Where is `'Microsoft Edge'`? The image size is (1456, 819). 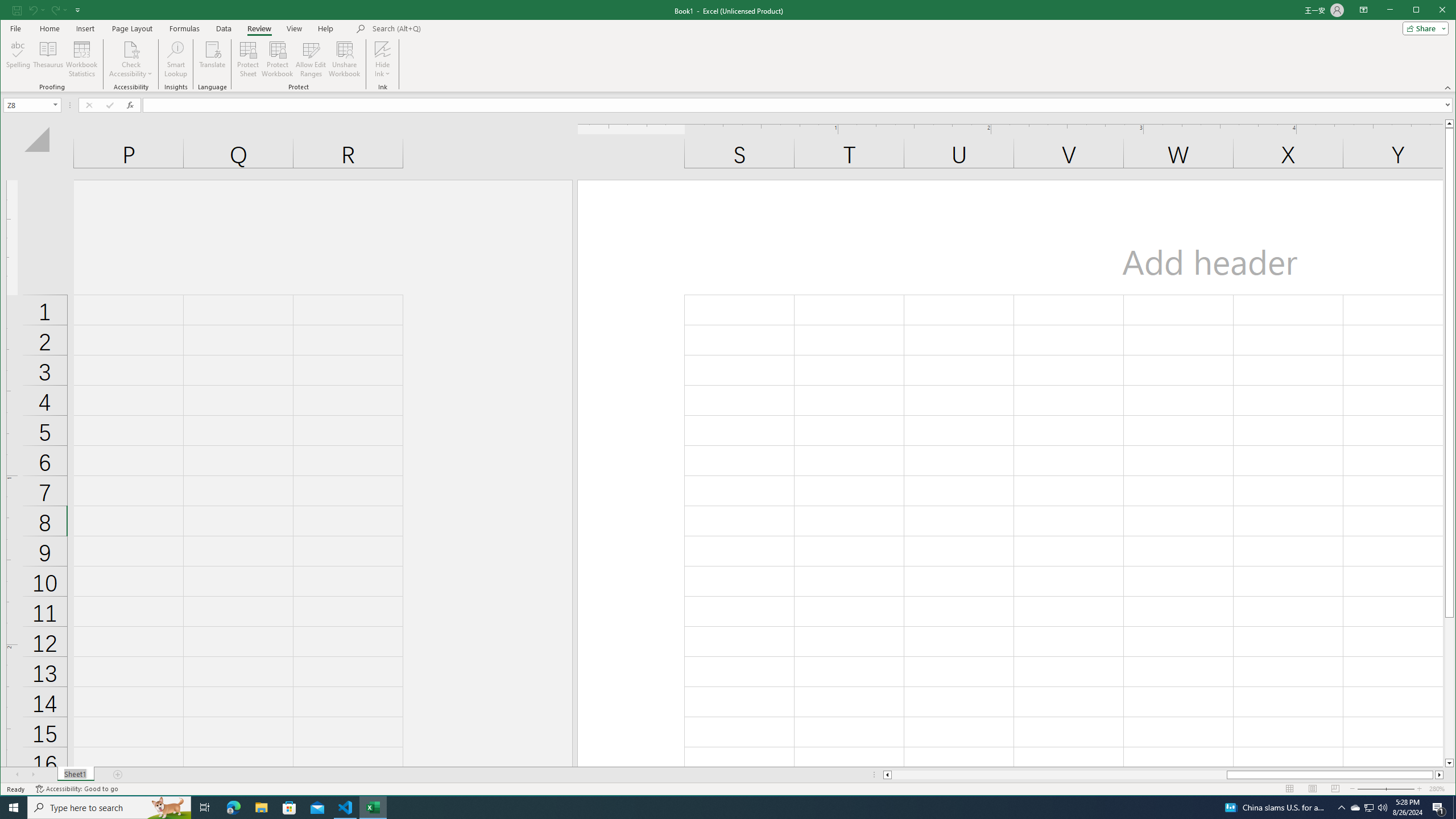
'Microsoft Edge' is located at coordinates (233, 806).